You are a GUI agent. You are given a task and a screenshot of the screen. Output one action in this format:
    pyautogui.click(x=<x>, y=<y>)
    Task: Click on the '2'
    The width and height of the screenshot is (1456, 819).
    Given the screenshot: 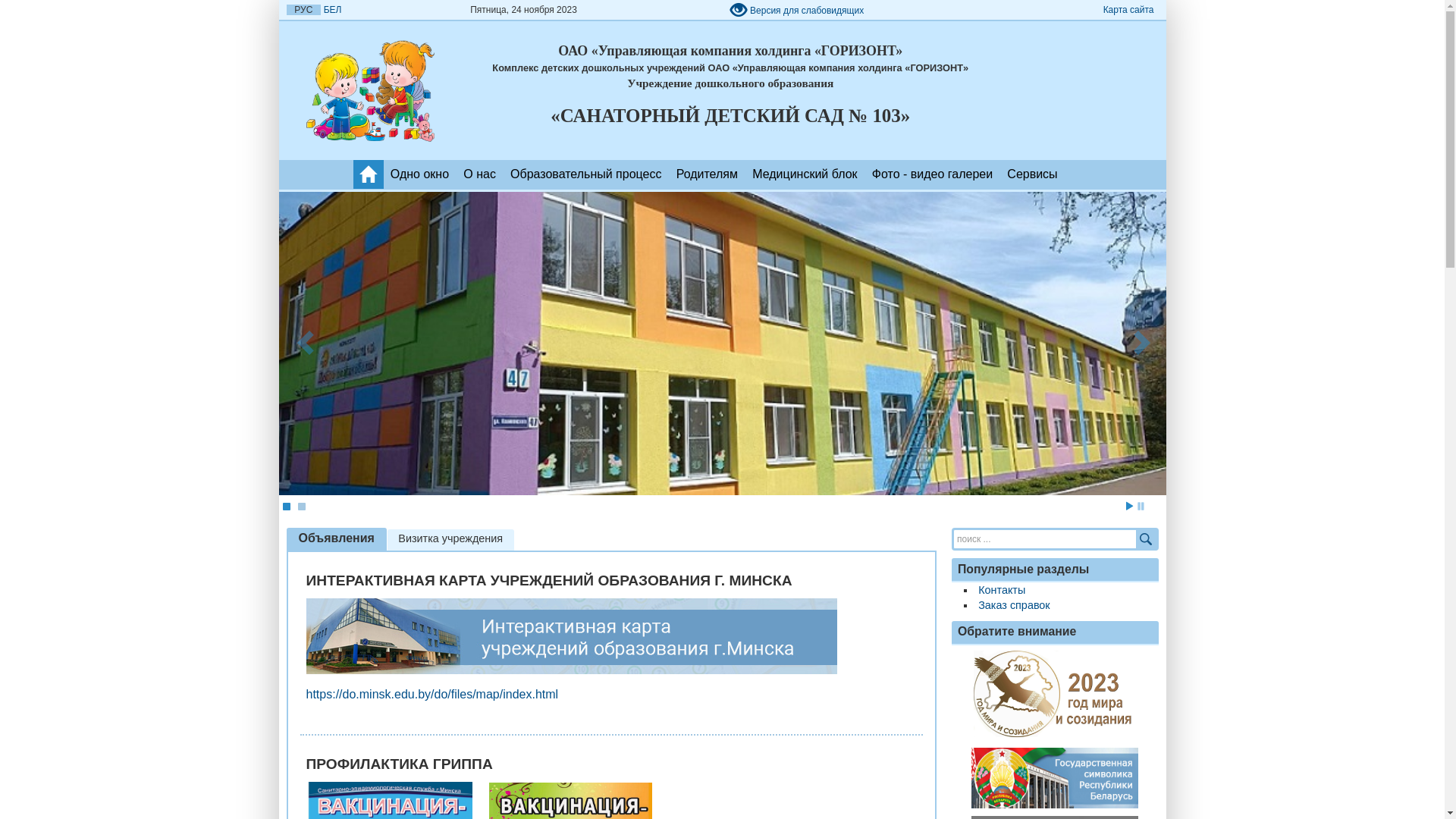 What is the action you would take?
    pyautogui.click(x=301, y=506)
    